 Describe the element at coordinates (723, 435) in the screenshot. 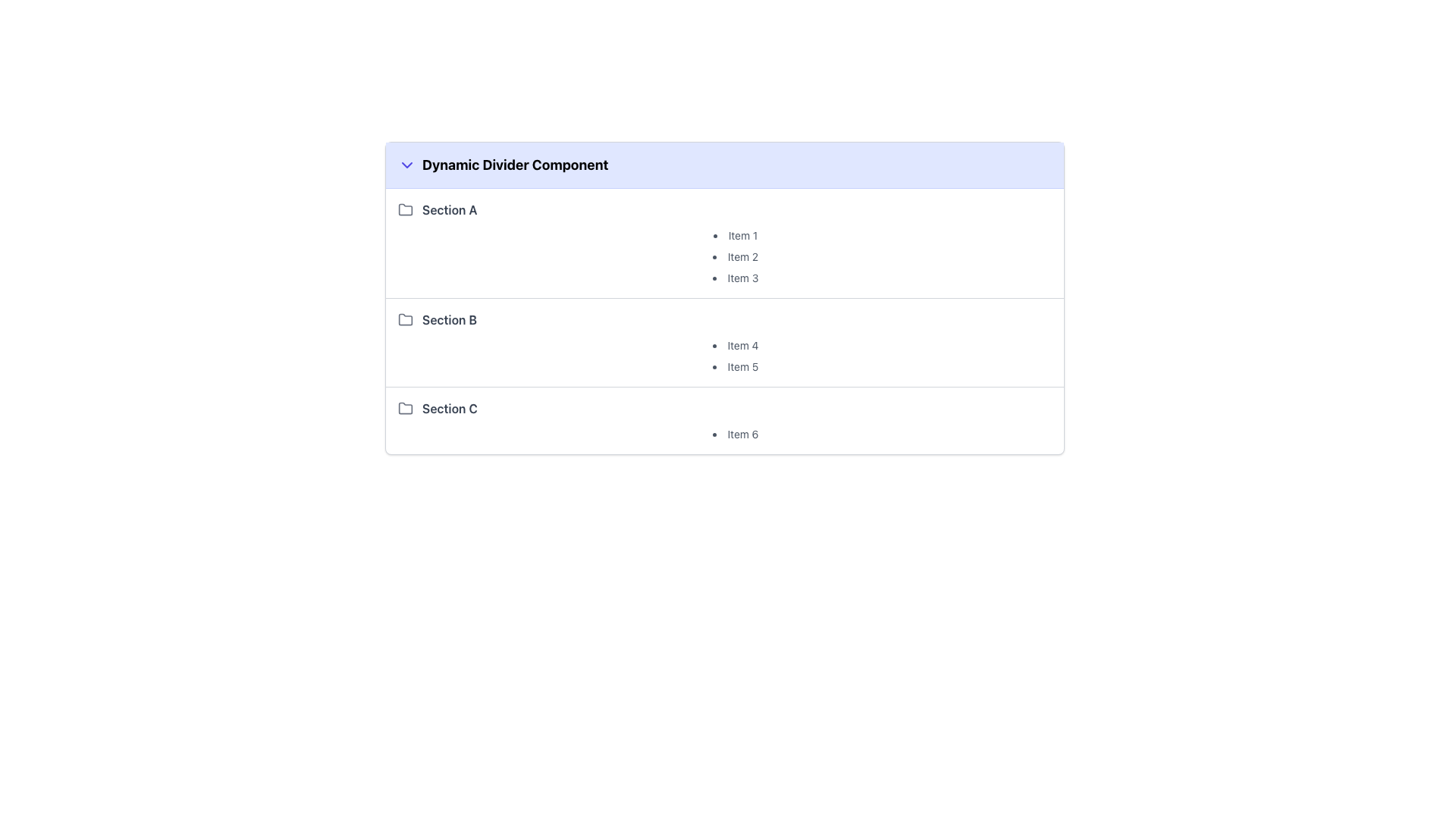

I see `the static text element displaying 'Item 6' in gray color, which is part of a bulleted list under the 'Section C' header` at that location.